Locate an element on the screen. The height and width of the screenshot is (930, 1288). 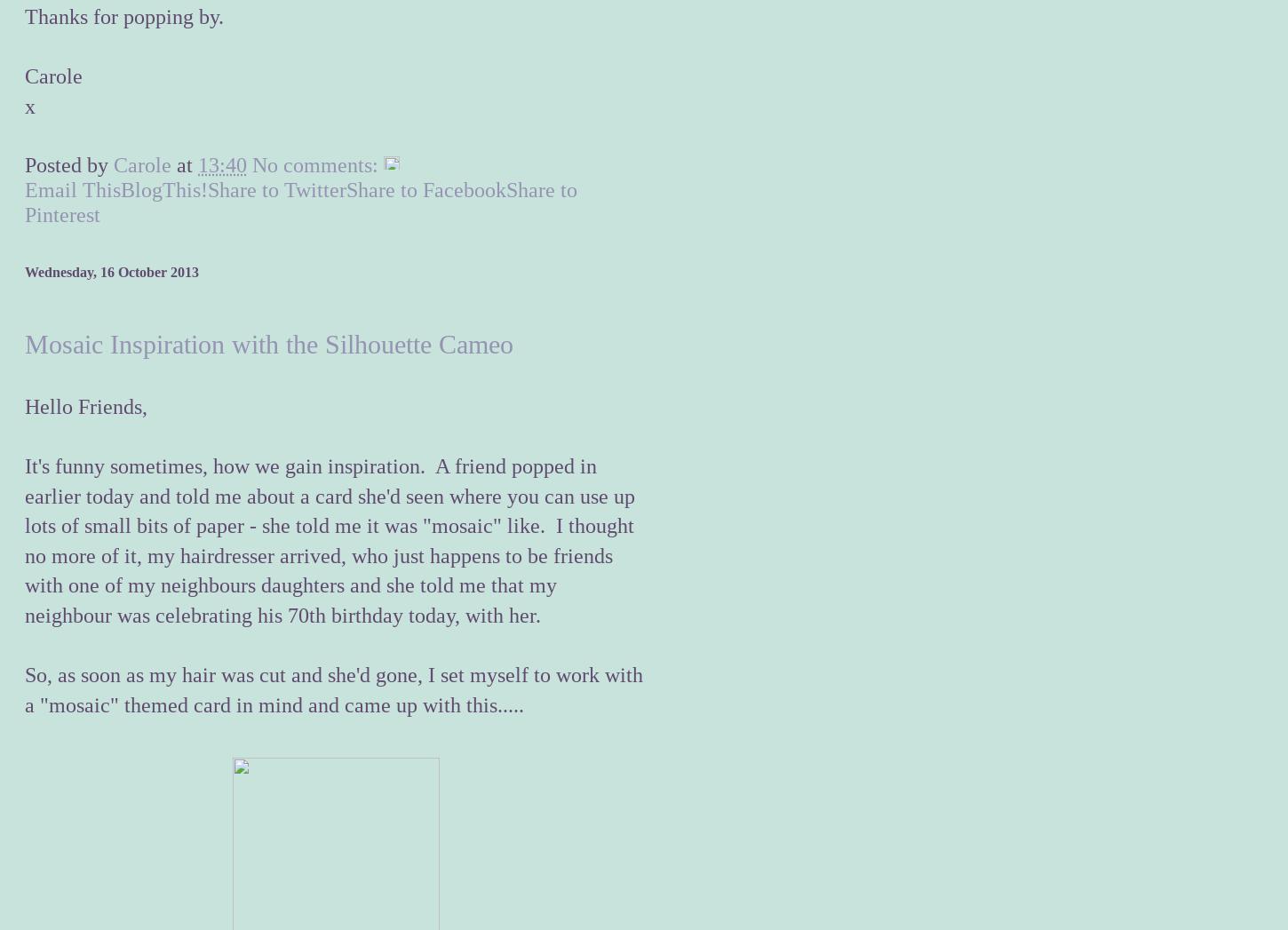
'Wednesday, 16 October 2013' is located at coordinates (111, 270).